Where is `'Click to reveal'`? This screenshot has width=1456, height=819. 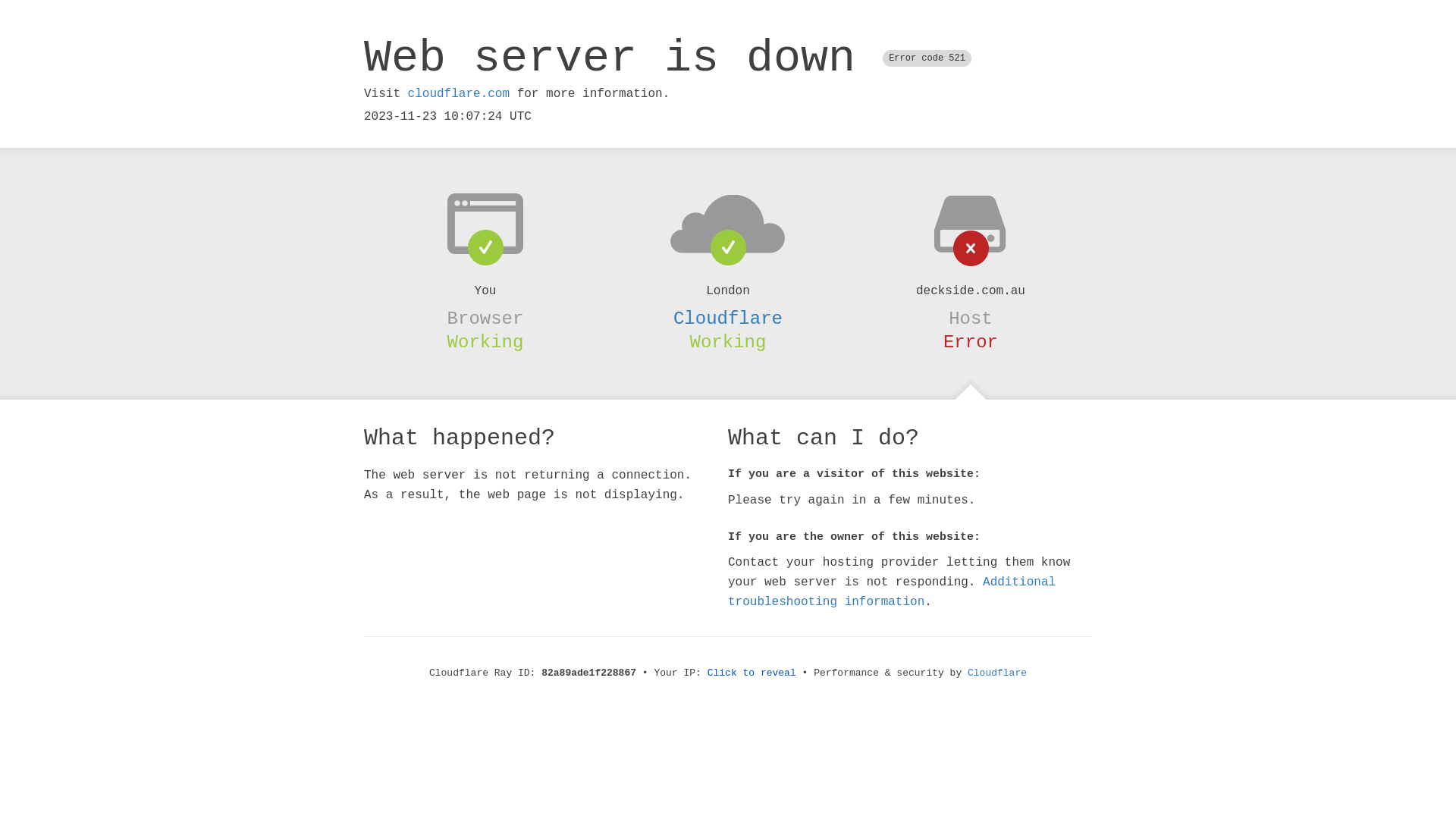 'Click to reveal' is located at coordinates (752, 672).